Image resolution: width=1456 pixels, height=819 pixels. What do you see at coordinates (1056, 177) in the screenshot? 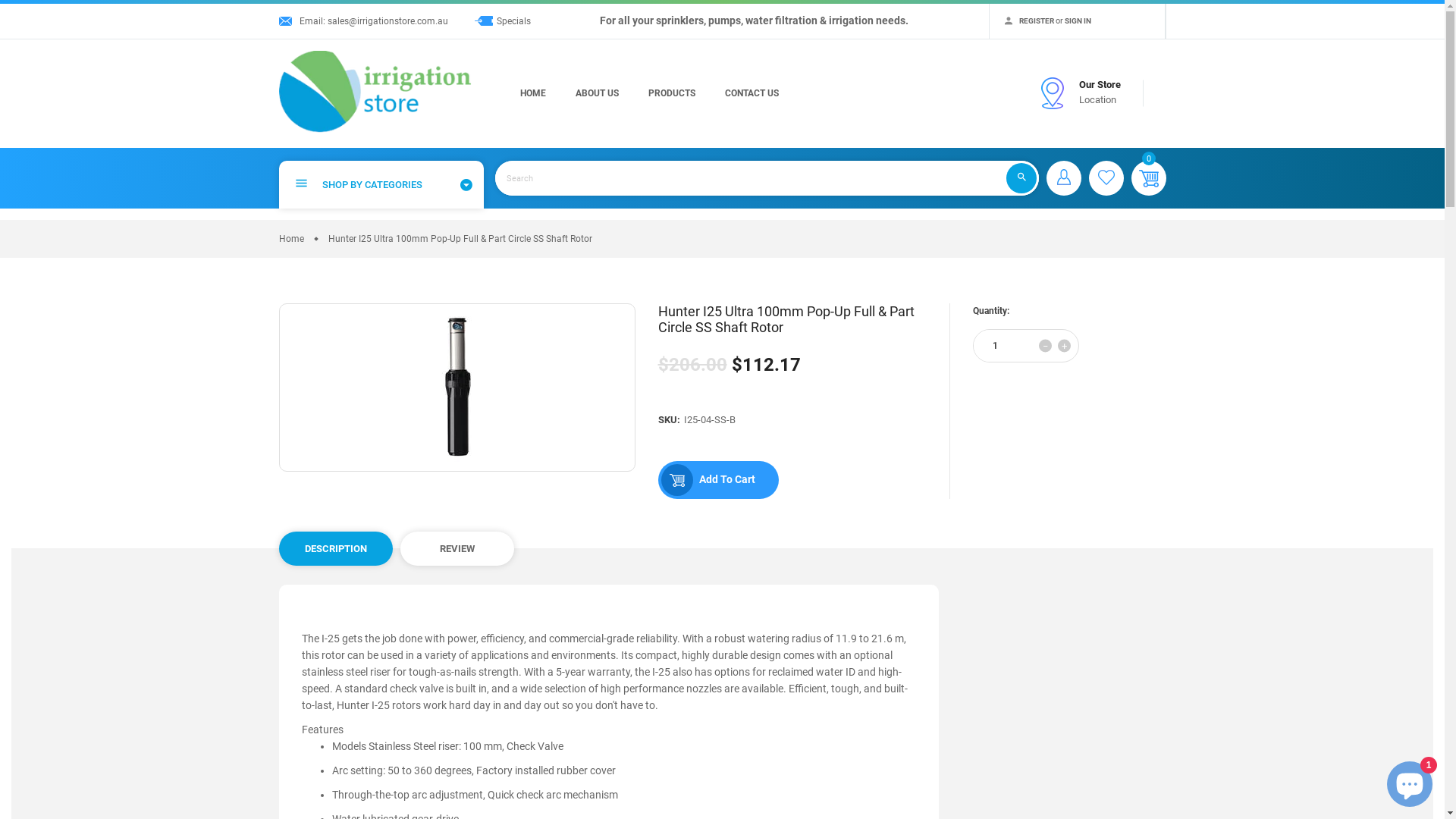
I see `'Sign in'` at bounding box center [1056, 177].